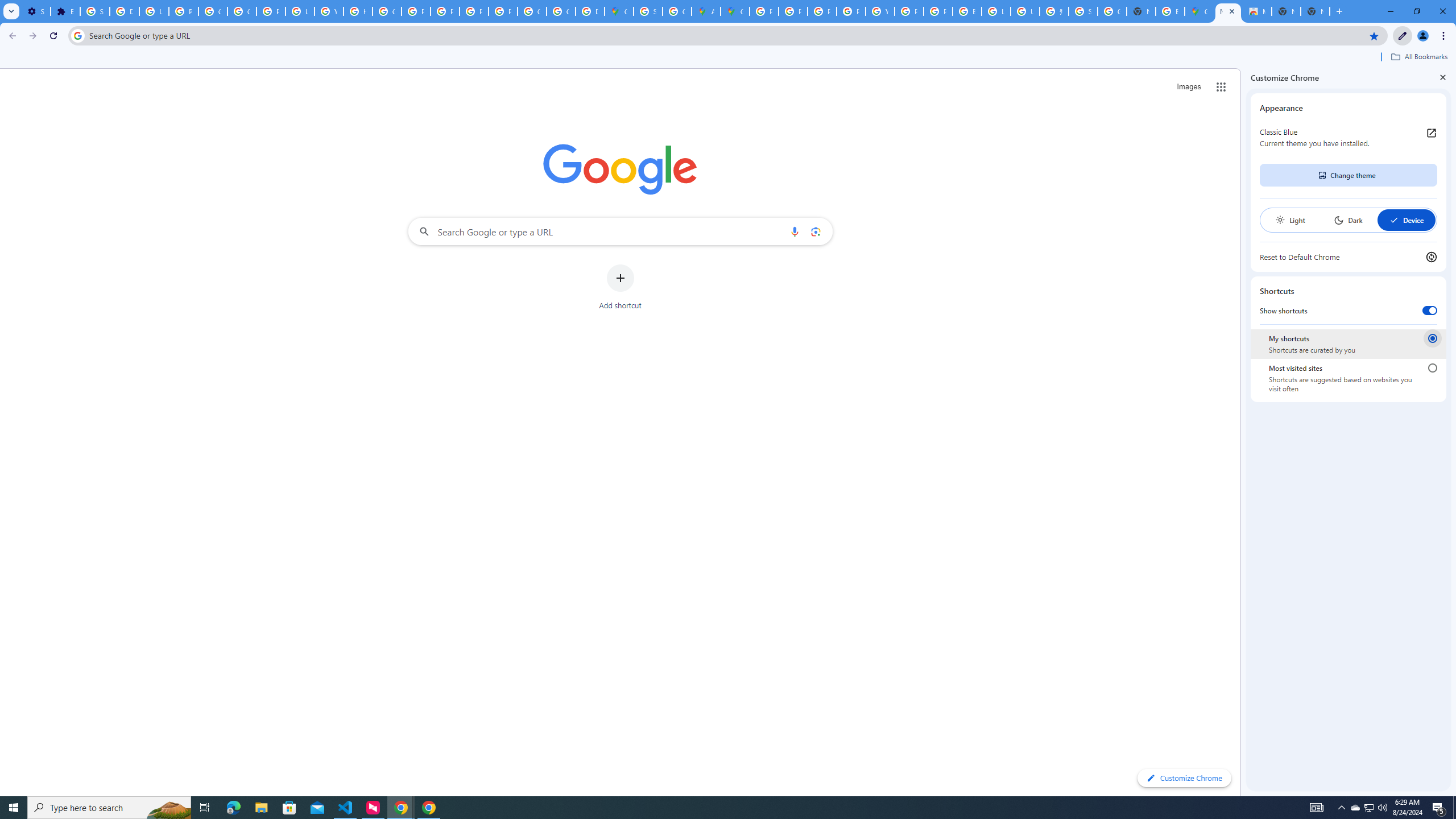 This screenshot has height=819, width=1456. I want to click on 'AutomationID: baseSvg', so click(1393, 220).